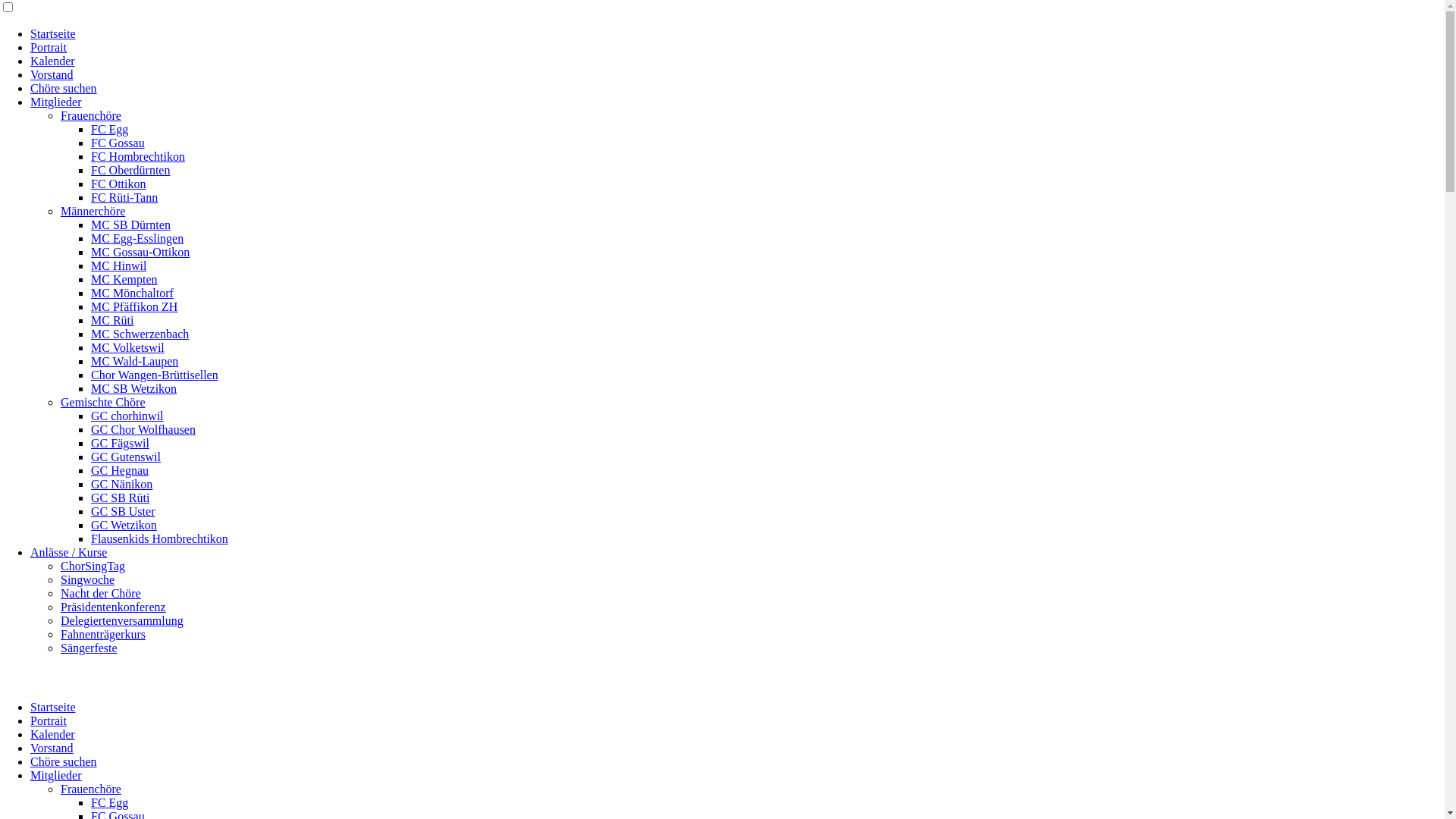 This screenshot has width=1456, height=819. What do you see at coordinates (140, 251) in the screenshot?
I see `'MC Gossau-Ottikon'` at bounding box center [140, 251].